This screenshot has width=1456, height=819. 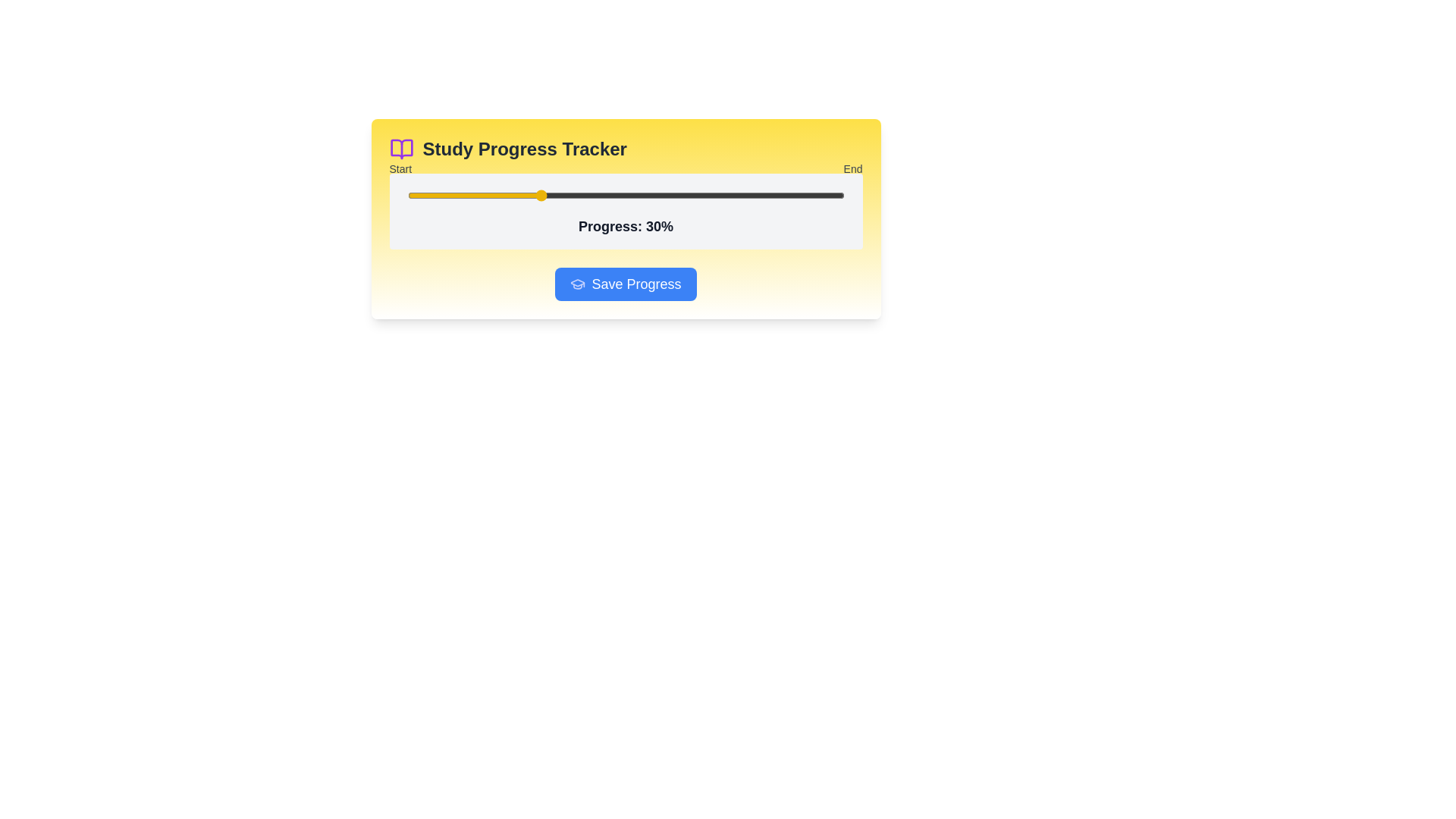 What do you see at coordinates (799, 195) in the screenshot?
I see `the progress slider to set progress to 90%` at bounding box center [799, 195].